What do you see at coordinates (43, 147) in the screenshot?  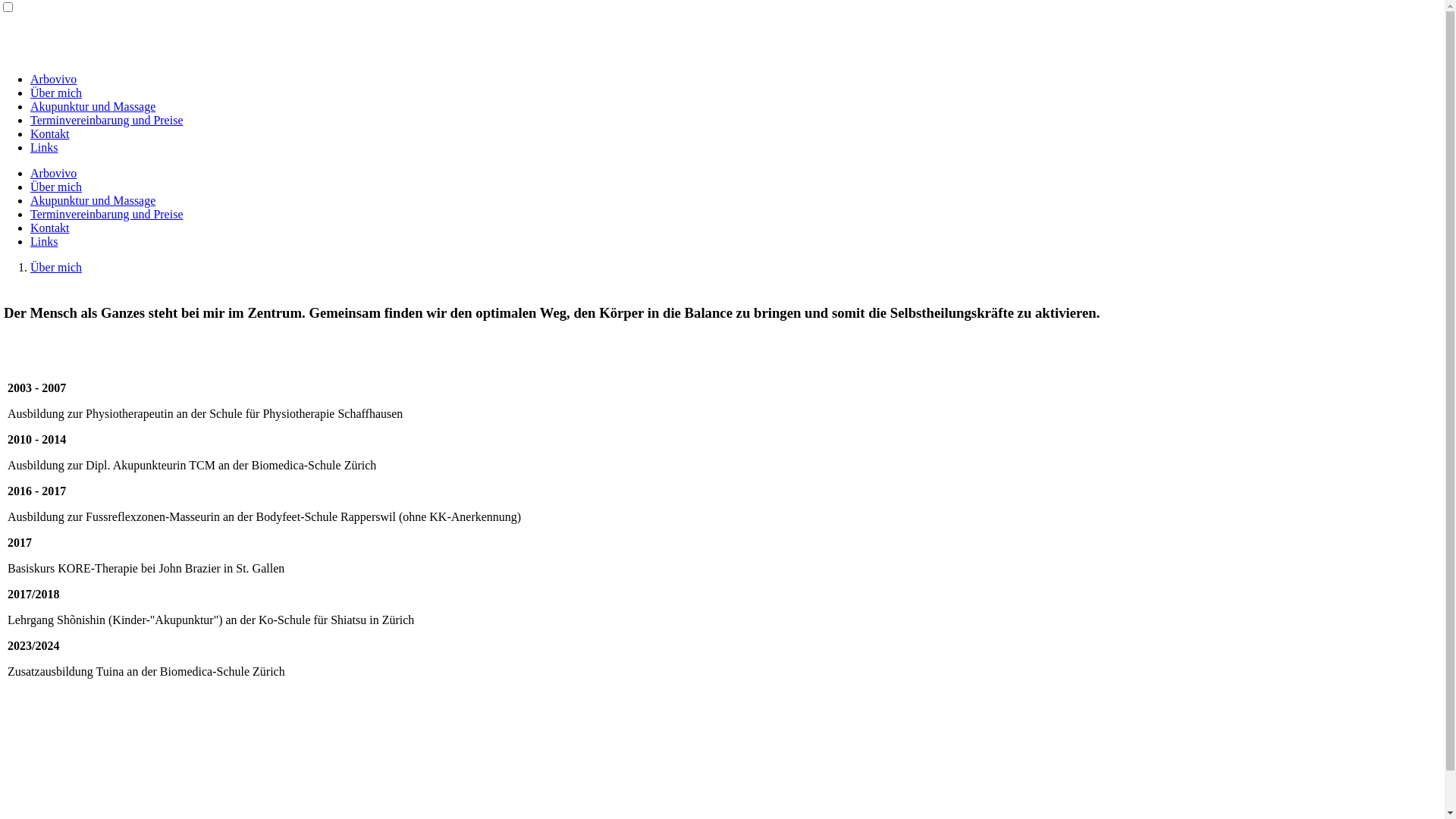 I see `'Links'` at bounding box center [43, 147].